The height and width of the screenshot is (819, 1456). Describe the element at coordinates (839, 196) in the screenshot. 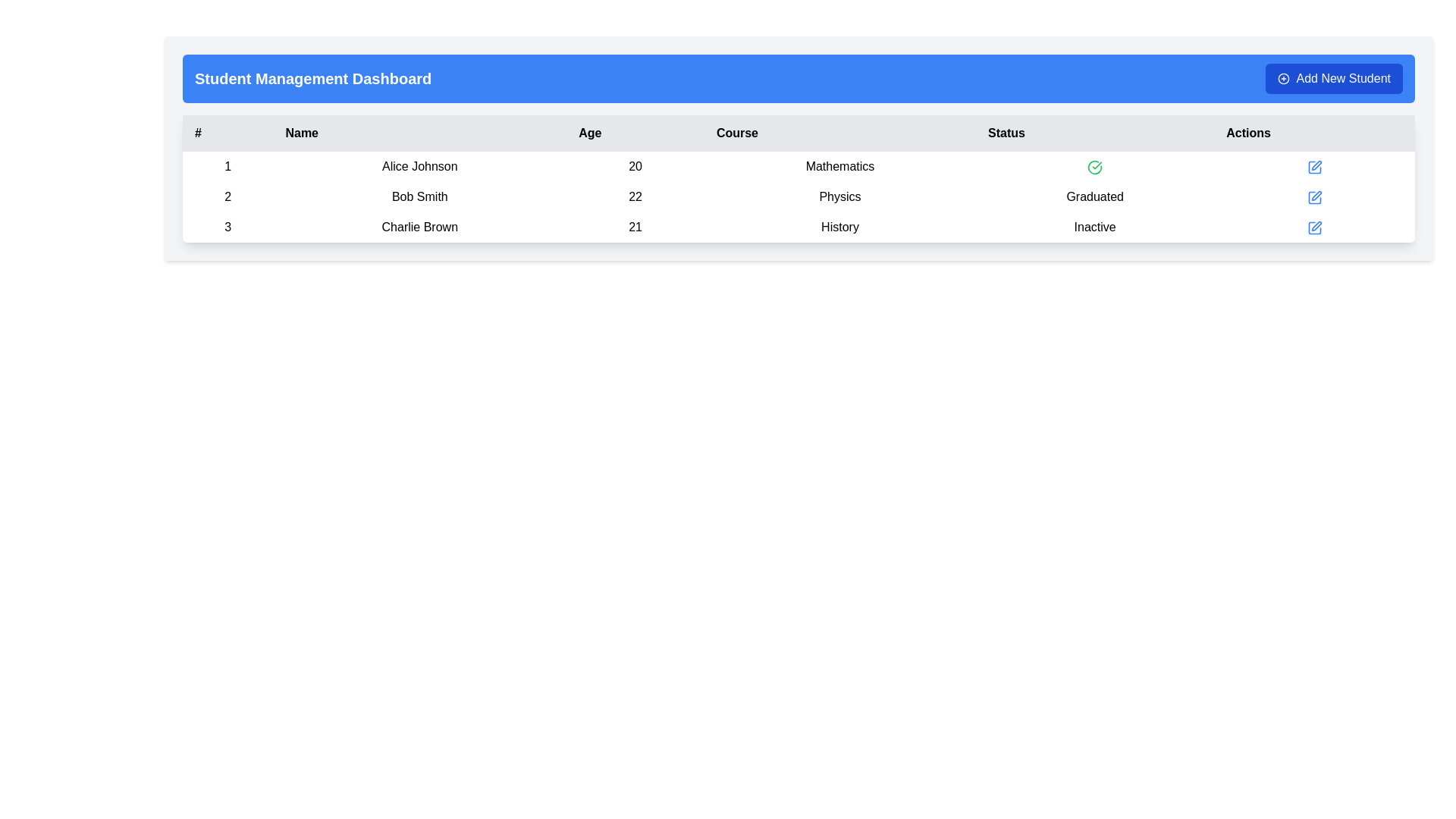

I see `the 'Physics' text label in the 'Course' column of the second row of the table, which is associated with 'Bob Smith's' entry` at that location.